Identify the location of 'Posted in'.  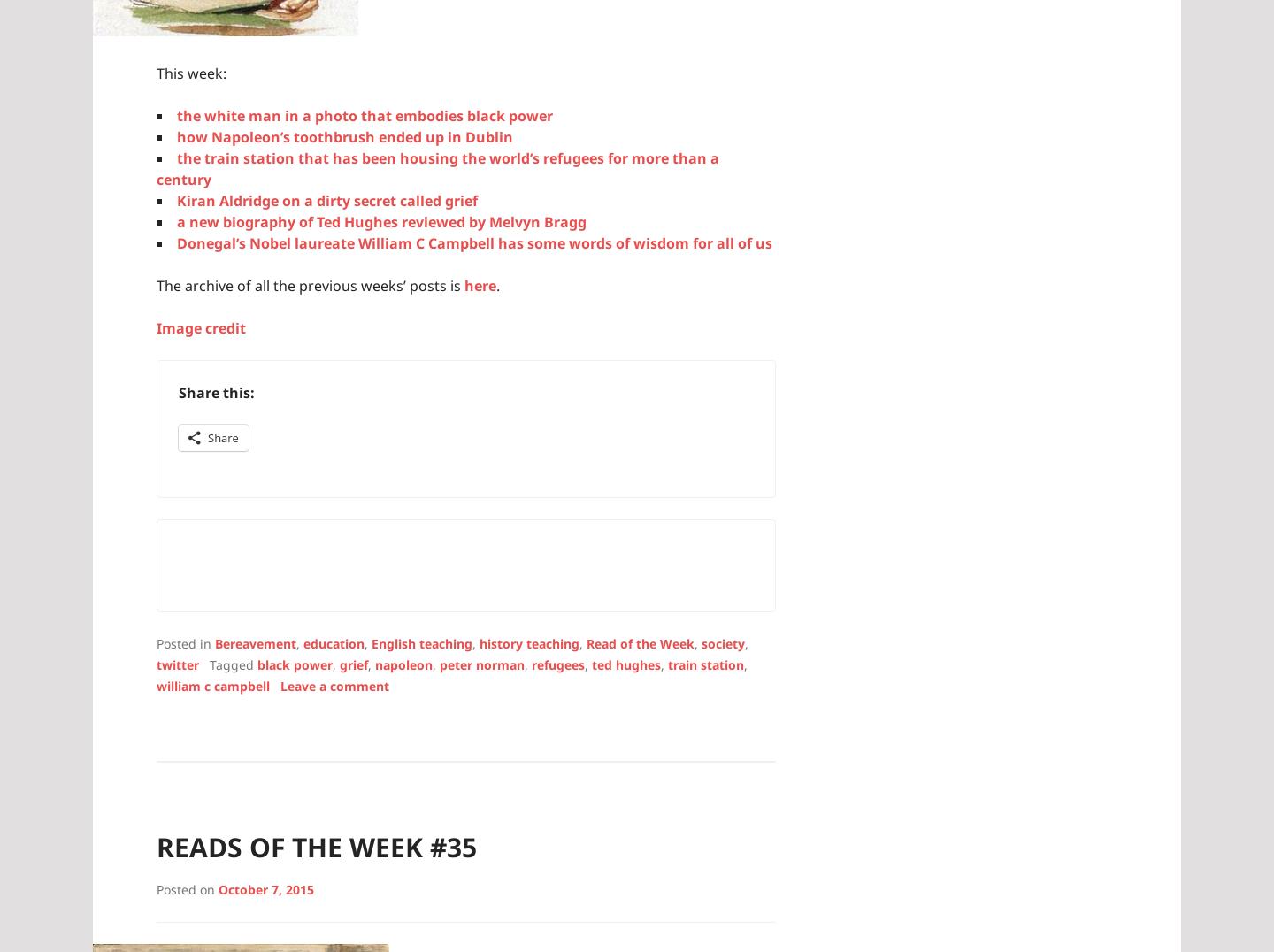
(185, 641).